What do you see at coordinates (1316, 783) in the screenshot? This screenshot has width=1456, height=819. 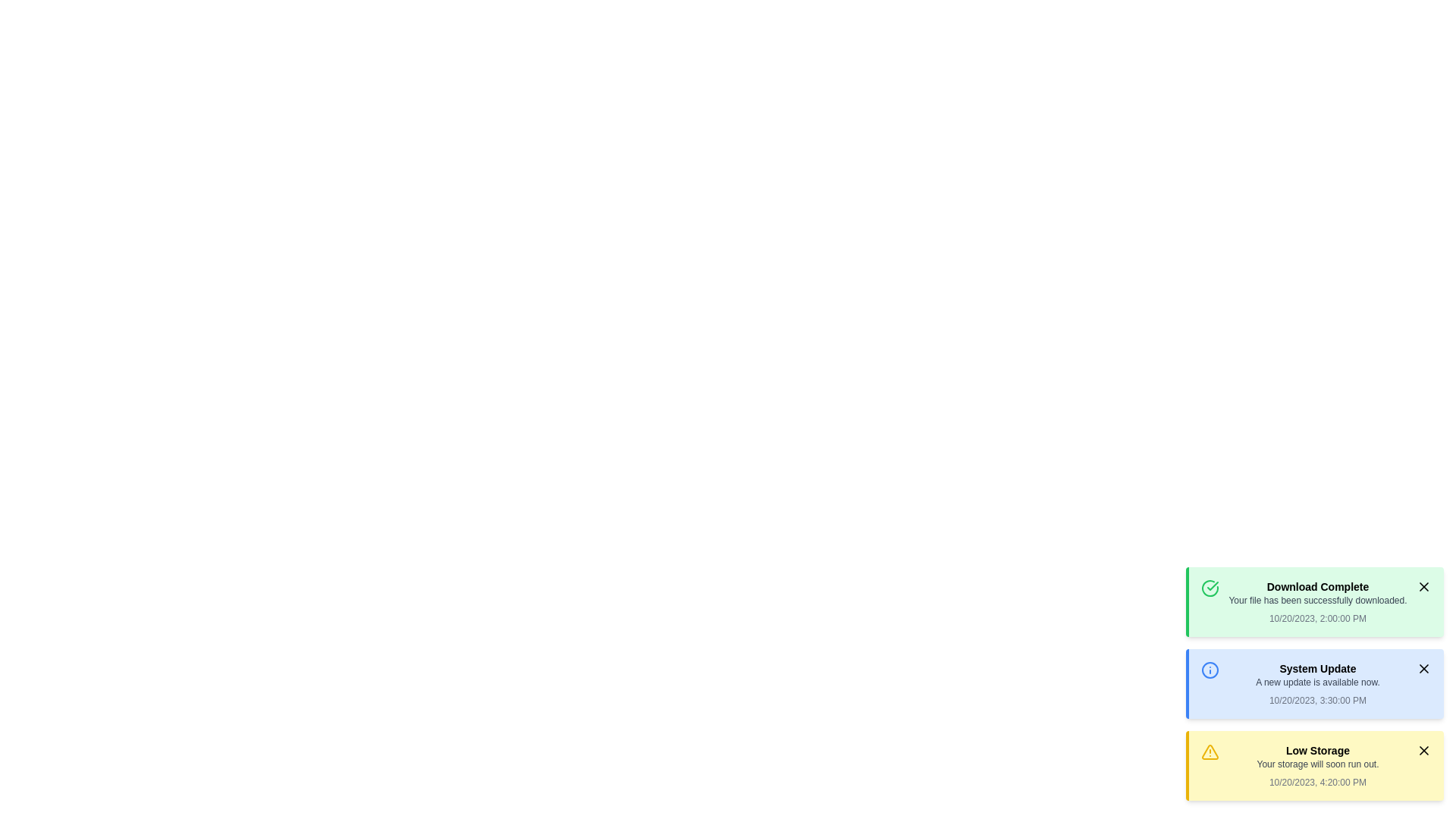 I see `the text label displaying '10/20/2023, 4:20:00 PM' at the bottom of the 'Low Storage' notification card` at bounding box center [1316, 783].